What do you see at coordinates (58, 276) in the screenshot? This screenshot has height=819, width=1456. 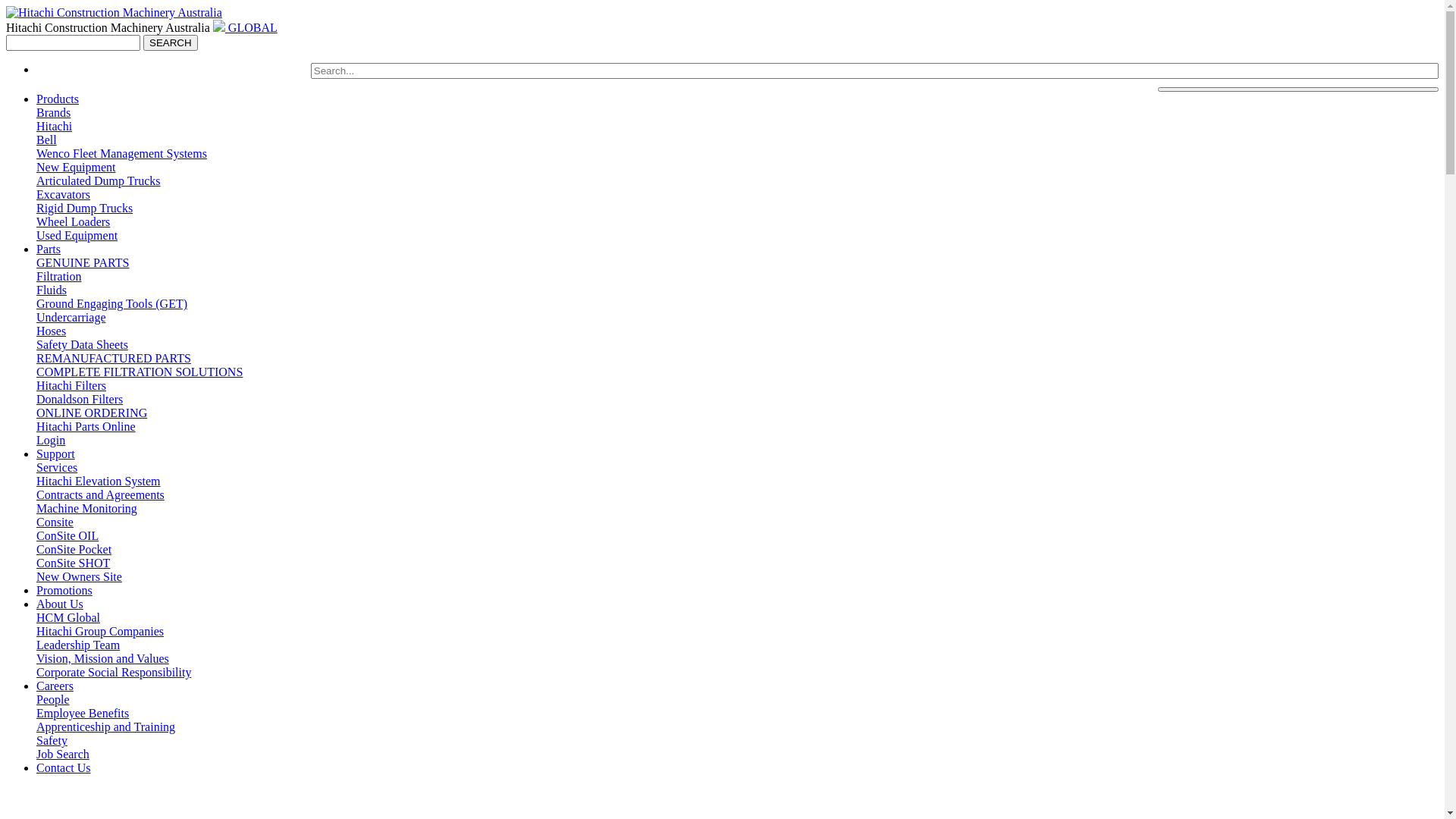 I see `'Filtration'` at bounding box center [58, 276].